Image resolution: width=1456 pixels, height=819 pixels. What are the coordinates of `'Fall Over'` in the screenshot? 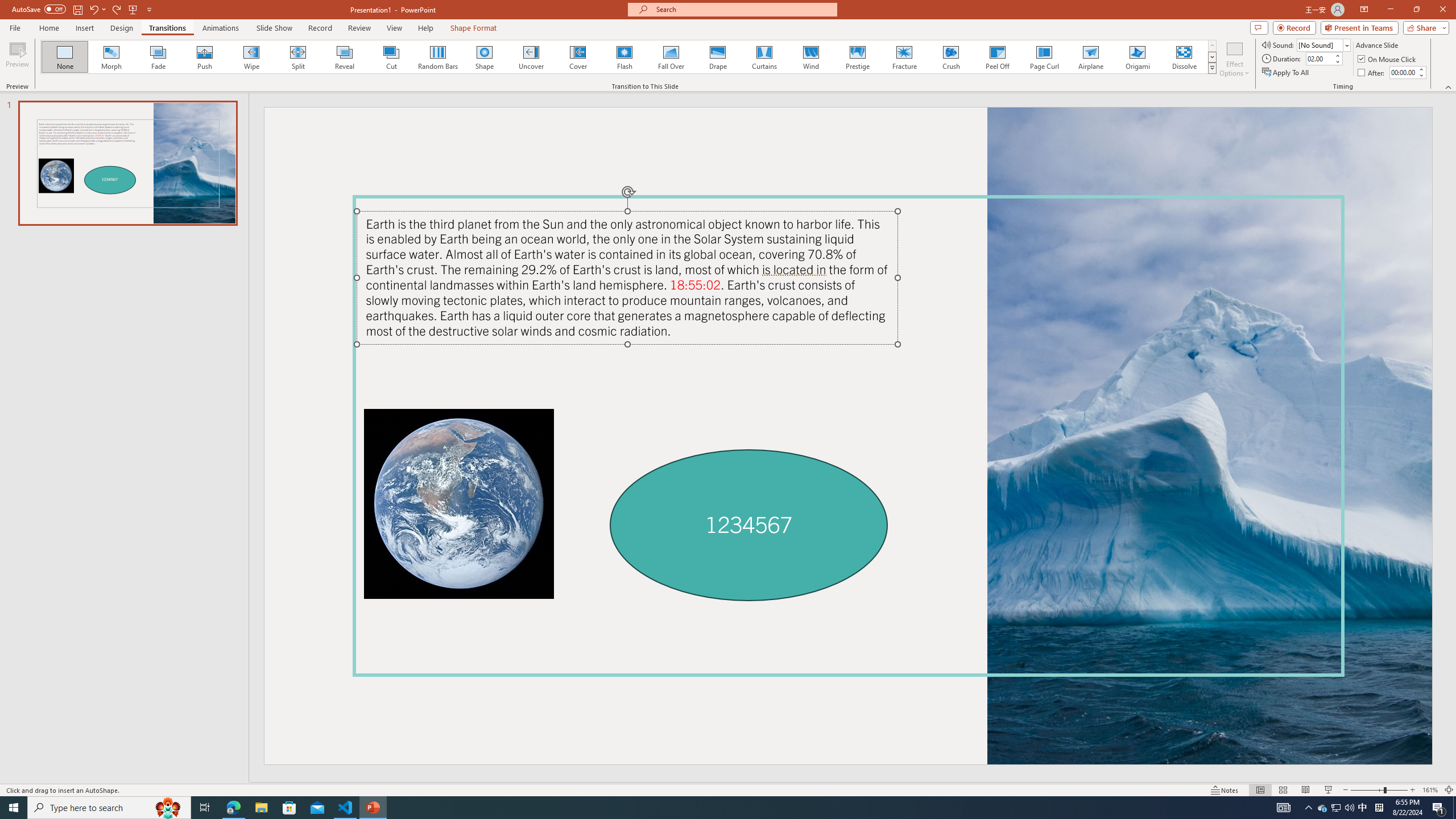 It's located at (671, 56).